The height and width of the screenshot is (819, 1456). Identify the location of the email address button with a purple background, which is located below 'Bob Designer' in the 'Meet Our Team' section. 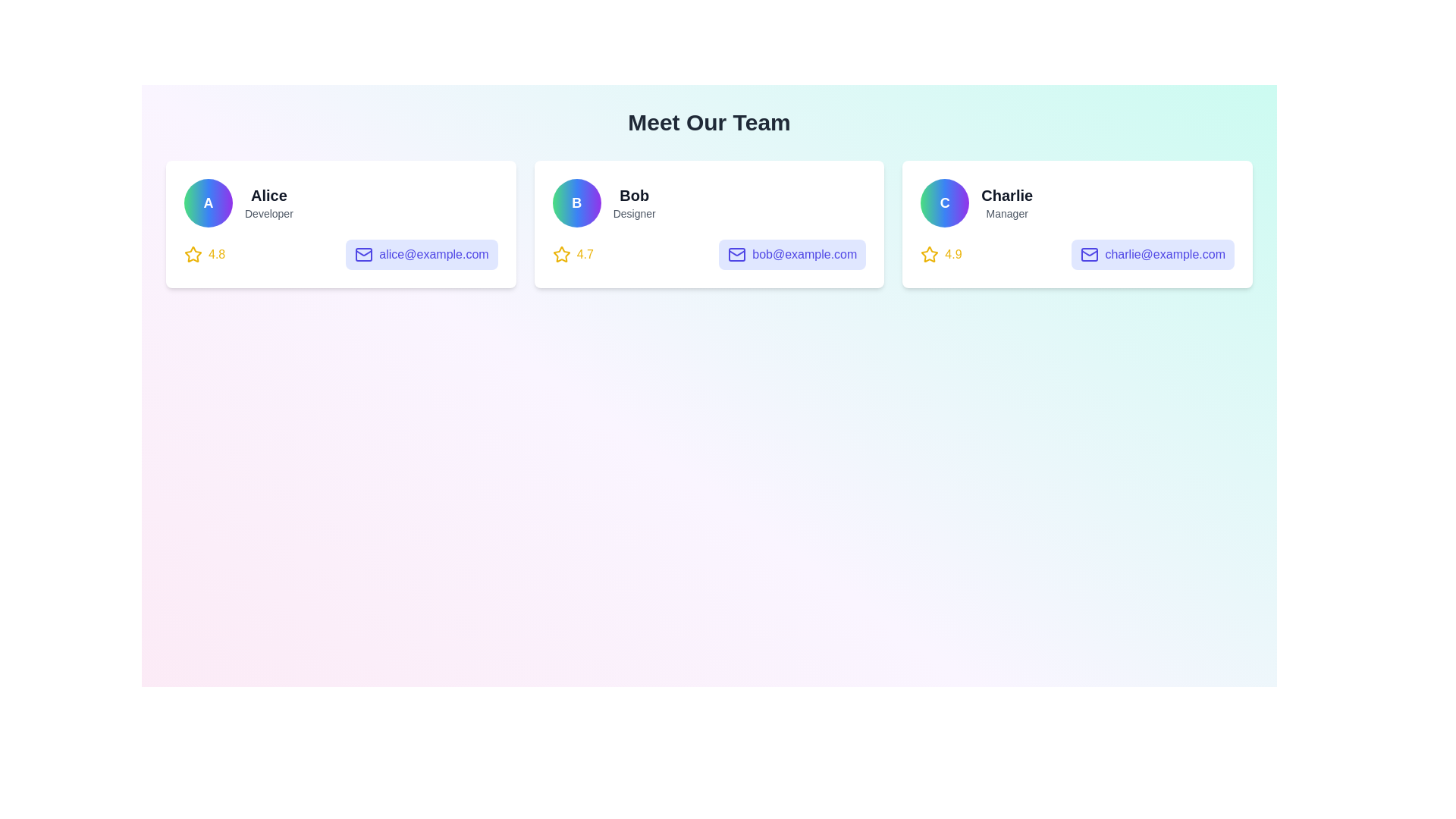
(792, 253).